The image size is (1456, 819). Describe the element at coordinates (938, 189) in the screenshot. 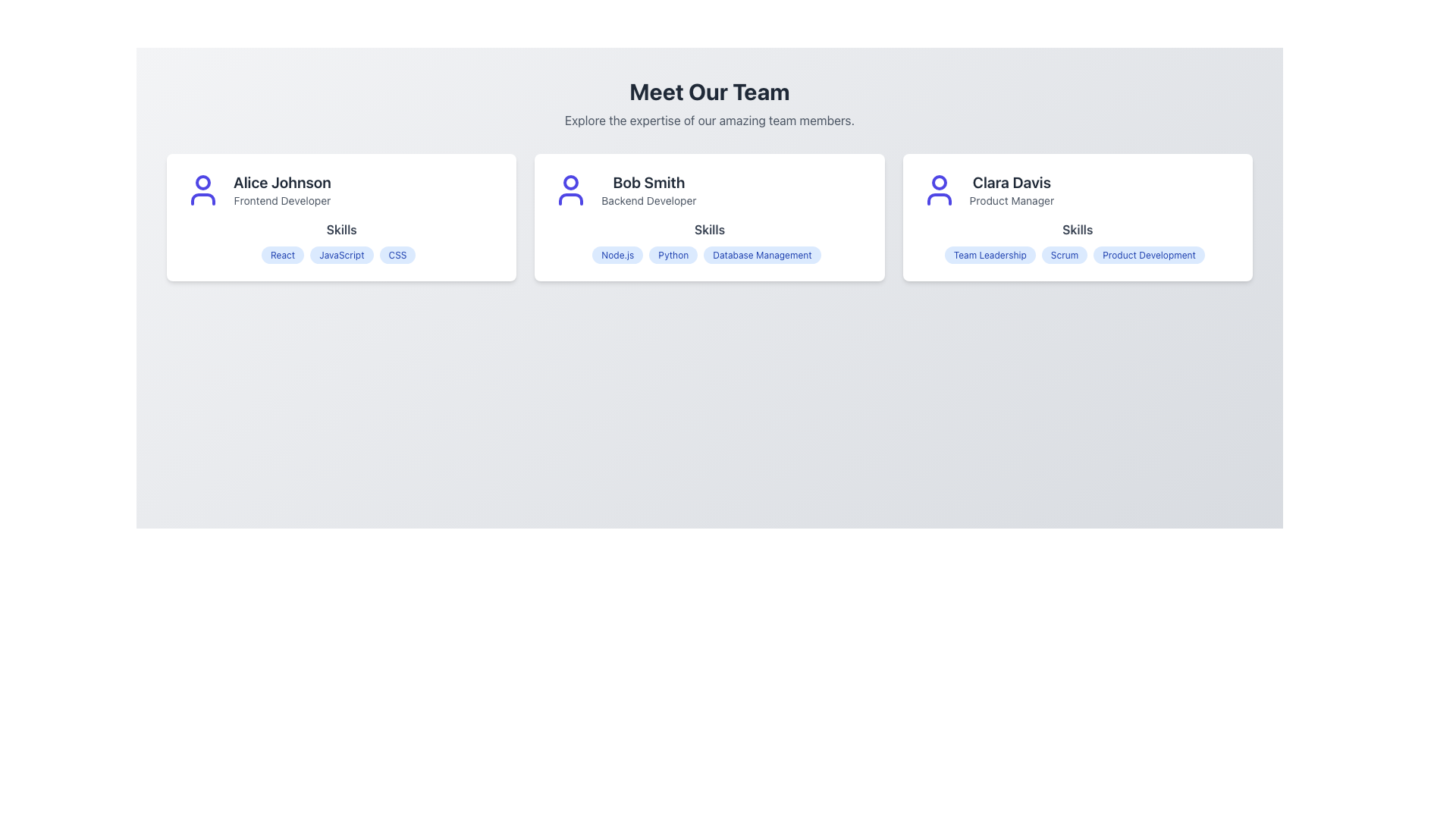

I see `the user icon representing Clara Davis, located at the top-left corner of the rightmost card in a row of three cards` at that location.